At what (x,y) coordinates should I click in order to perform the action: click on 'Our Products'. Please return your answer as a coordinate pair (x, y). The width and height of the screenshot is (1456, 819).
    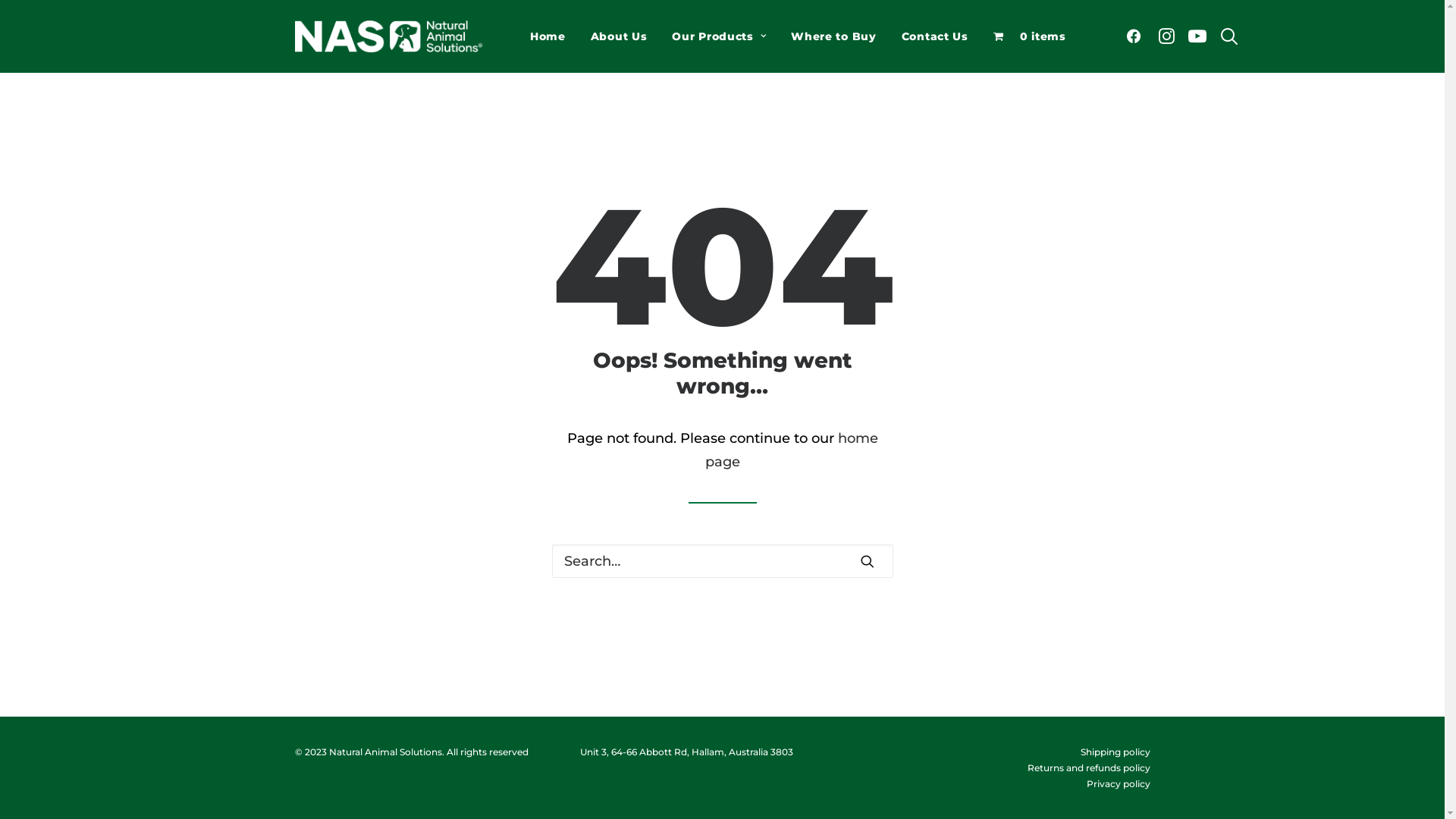
    Looking at the image, I should click on (718, 35).